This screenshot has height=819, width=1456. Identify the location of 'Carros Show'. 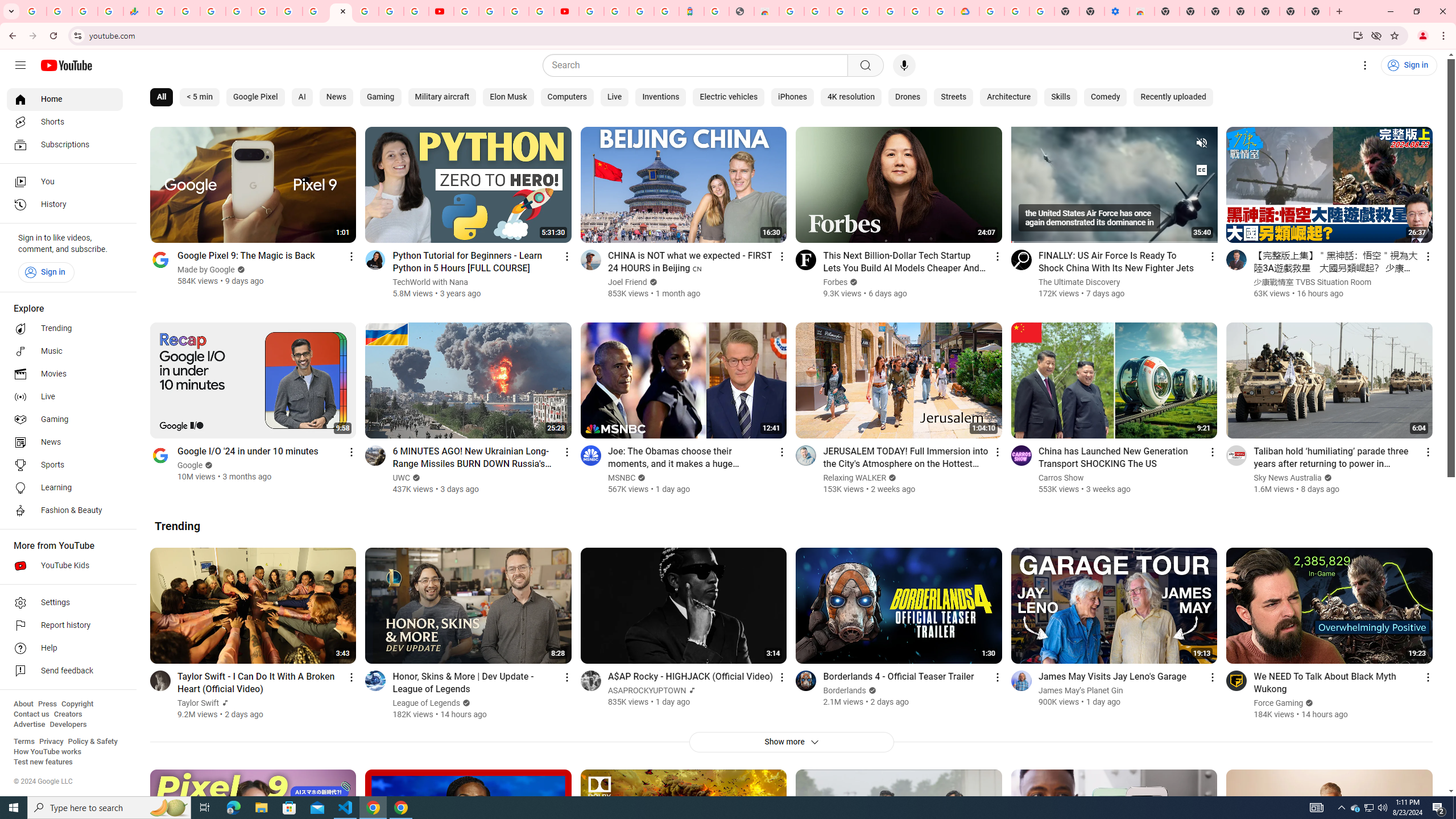
(1061, 477).